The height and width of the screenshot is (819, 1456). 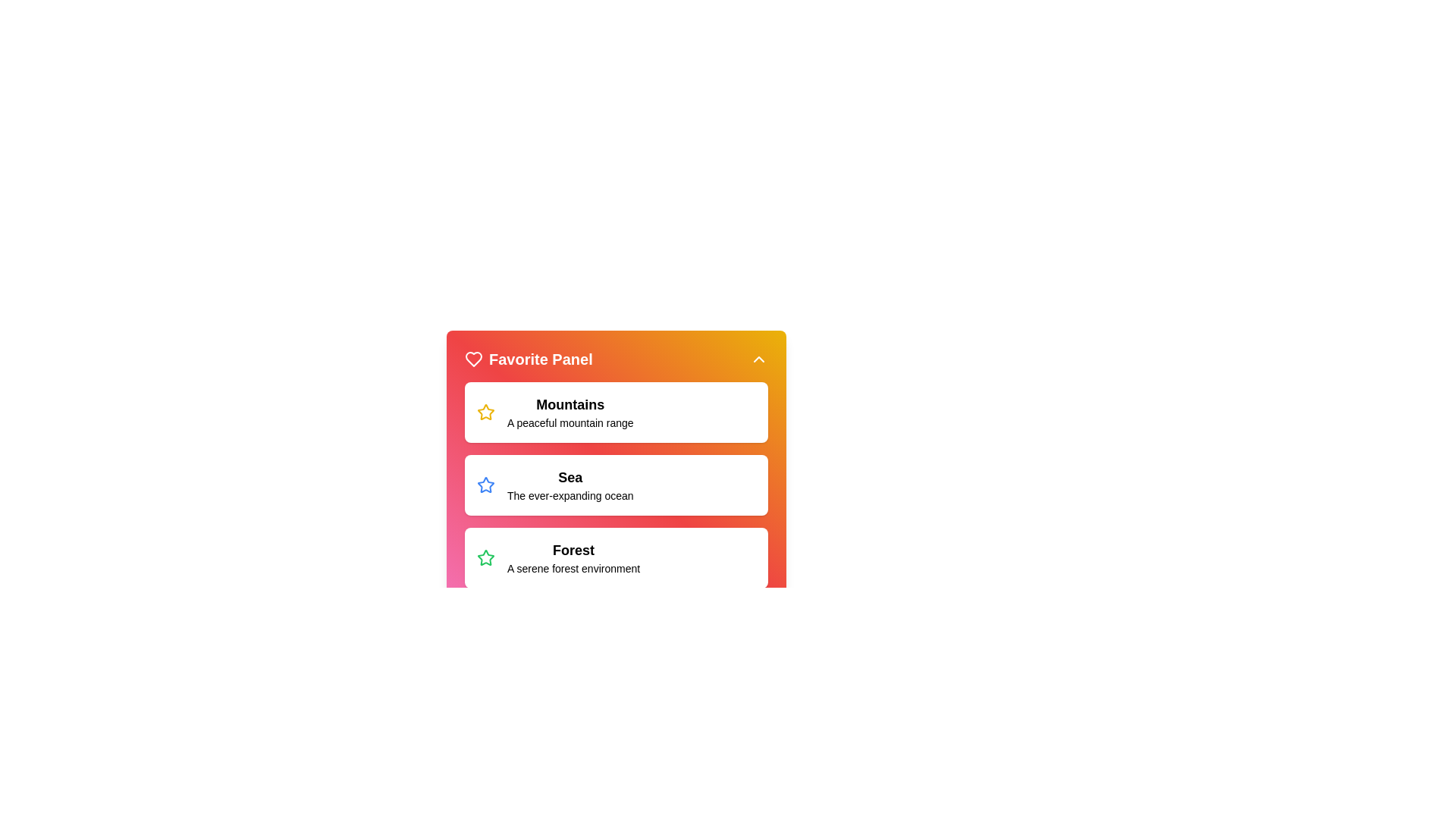 What do you see at coordinates (472, 359) in the screenshot?
I see `the heart icon located in the header of the 'Favorite Panel'` at bounding box center [472, 359].